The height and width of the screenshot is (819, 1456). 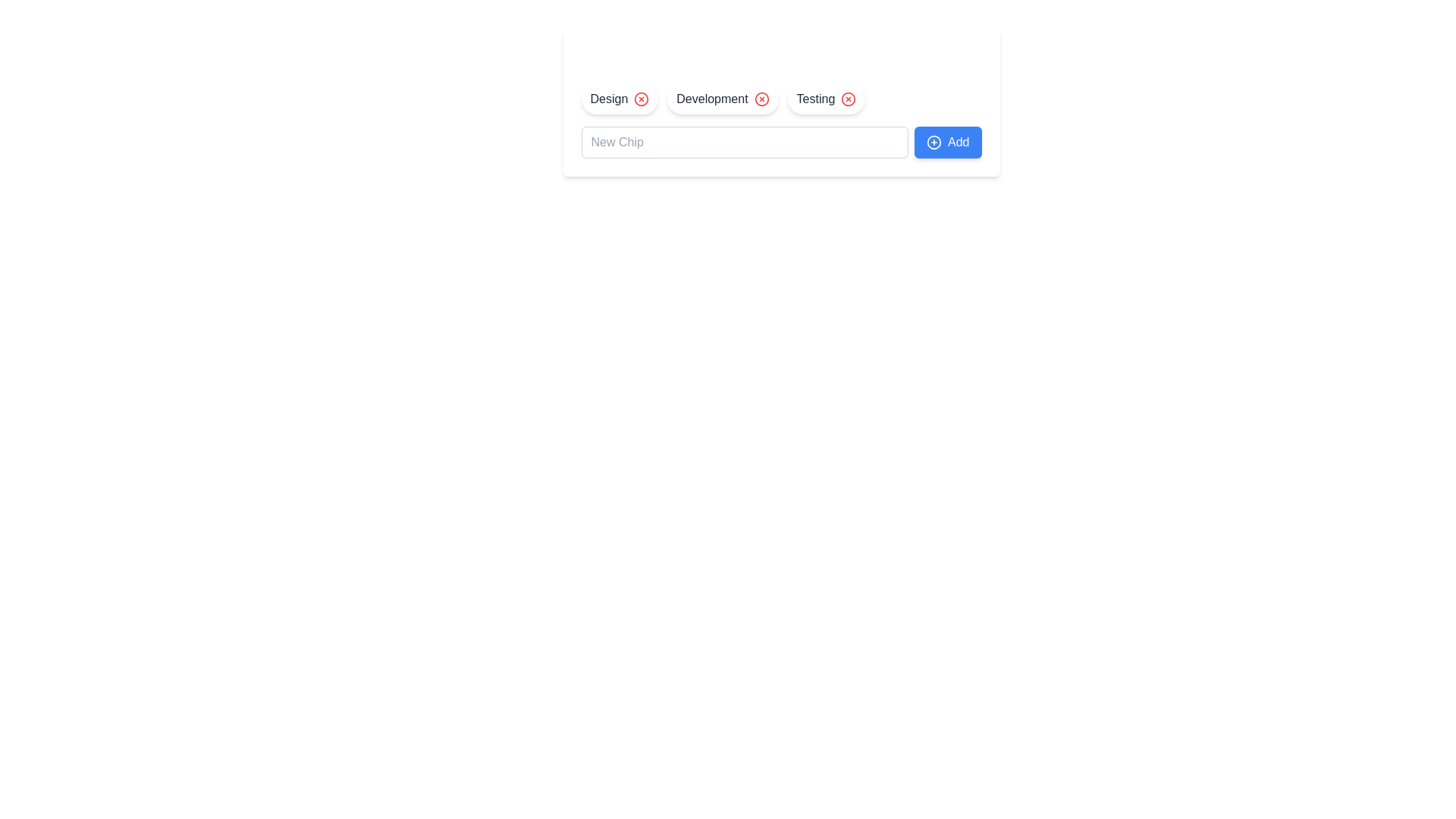 What do you see at coordinates (848, 99) in the screenshot?
I see `the Delete Button for Testing element to observe UI feedback` at bounding box center [848, 99].